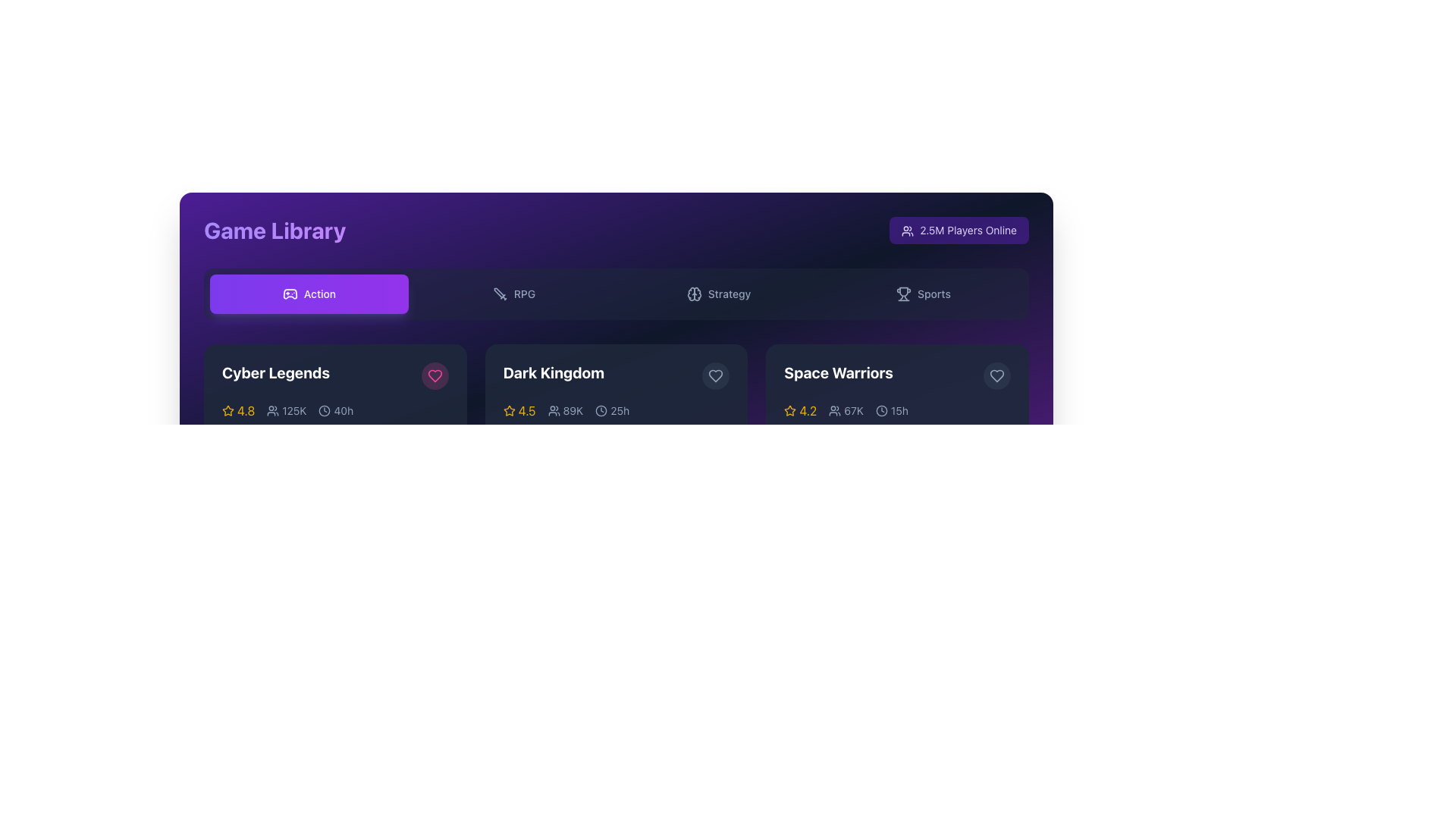  What do you see at coordinates (434, 375) in the screenshot?
I see `the favorite button, which is a heart icon located at the top-right corner of the 'Cyber Legends' game card` at bounding box center [434, 375].